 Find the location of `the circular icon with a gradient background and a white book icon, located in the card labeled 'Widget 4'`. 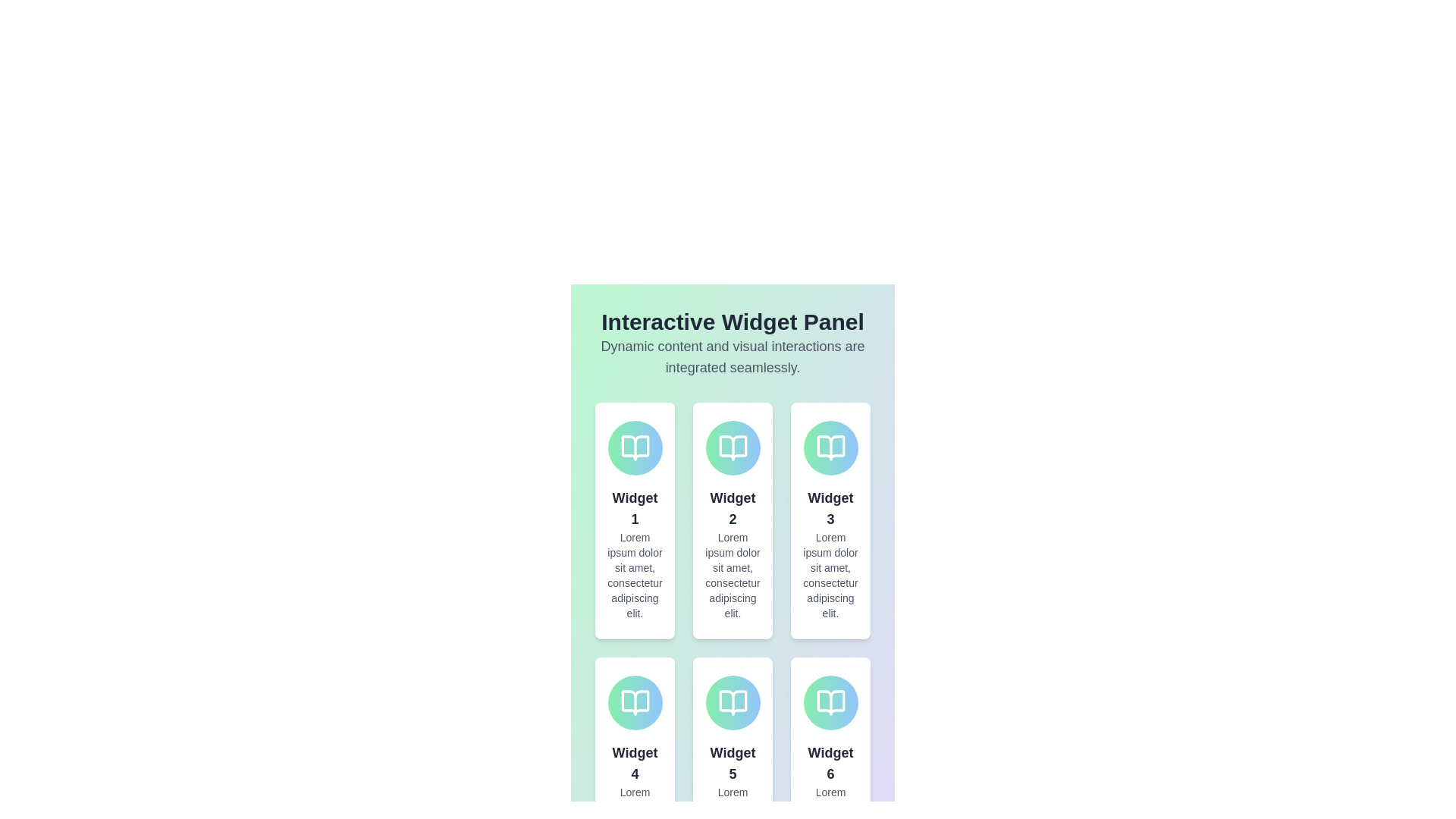

the circular icon with a gradient background and a white book icon, located in the card labeled 'Widget 4' is located at coordinates (635, 702).